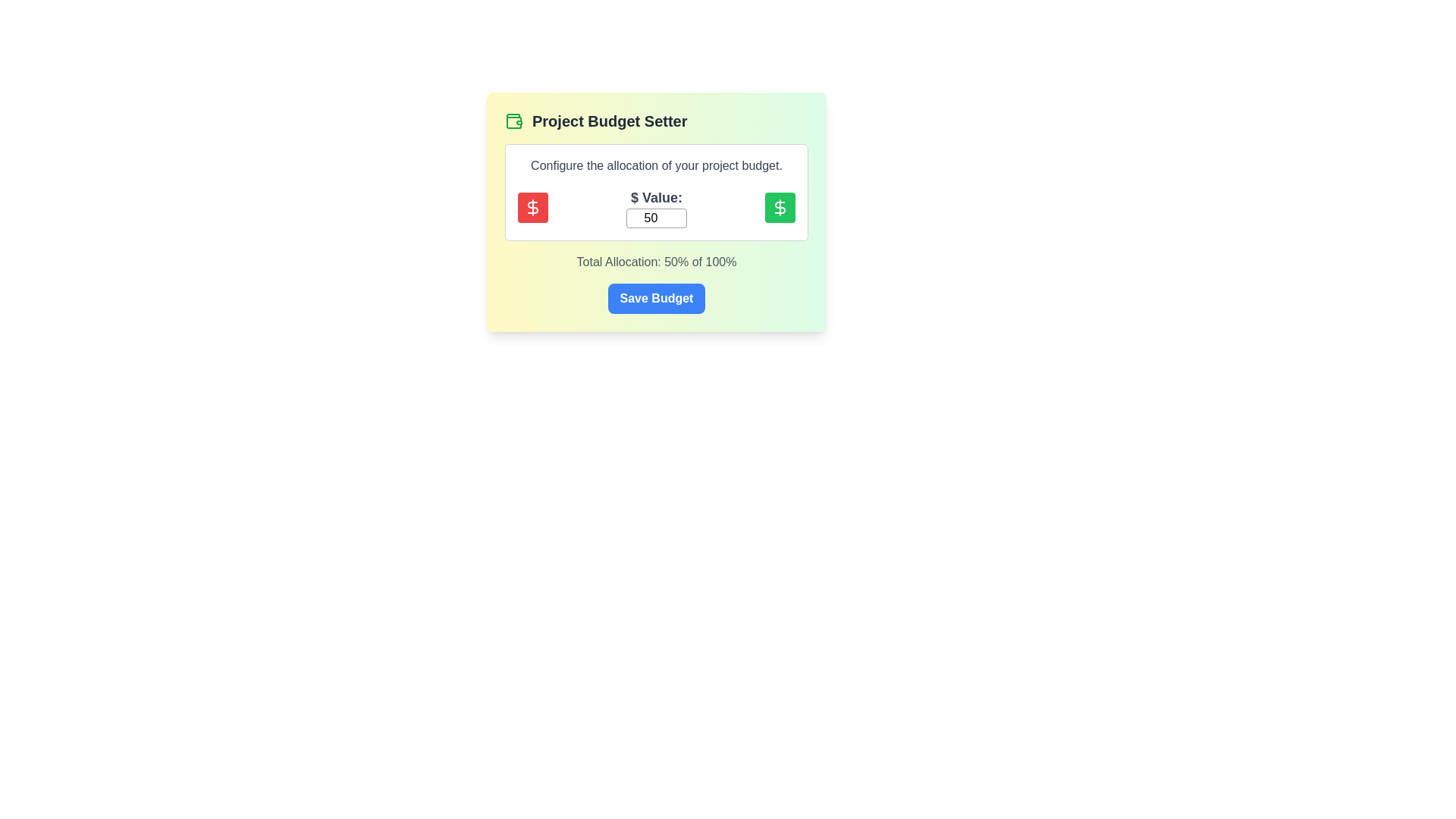 This screenshot has height=819, width=1456. Describe the element at coordinates (656, 166) in the screenshot. I see `the informational label displaying the message 'Configure the allocation of your project budget.' which is styled with a gray font and located above the '$ Value:' line` at that location.